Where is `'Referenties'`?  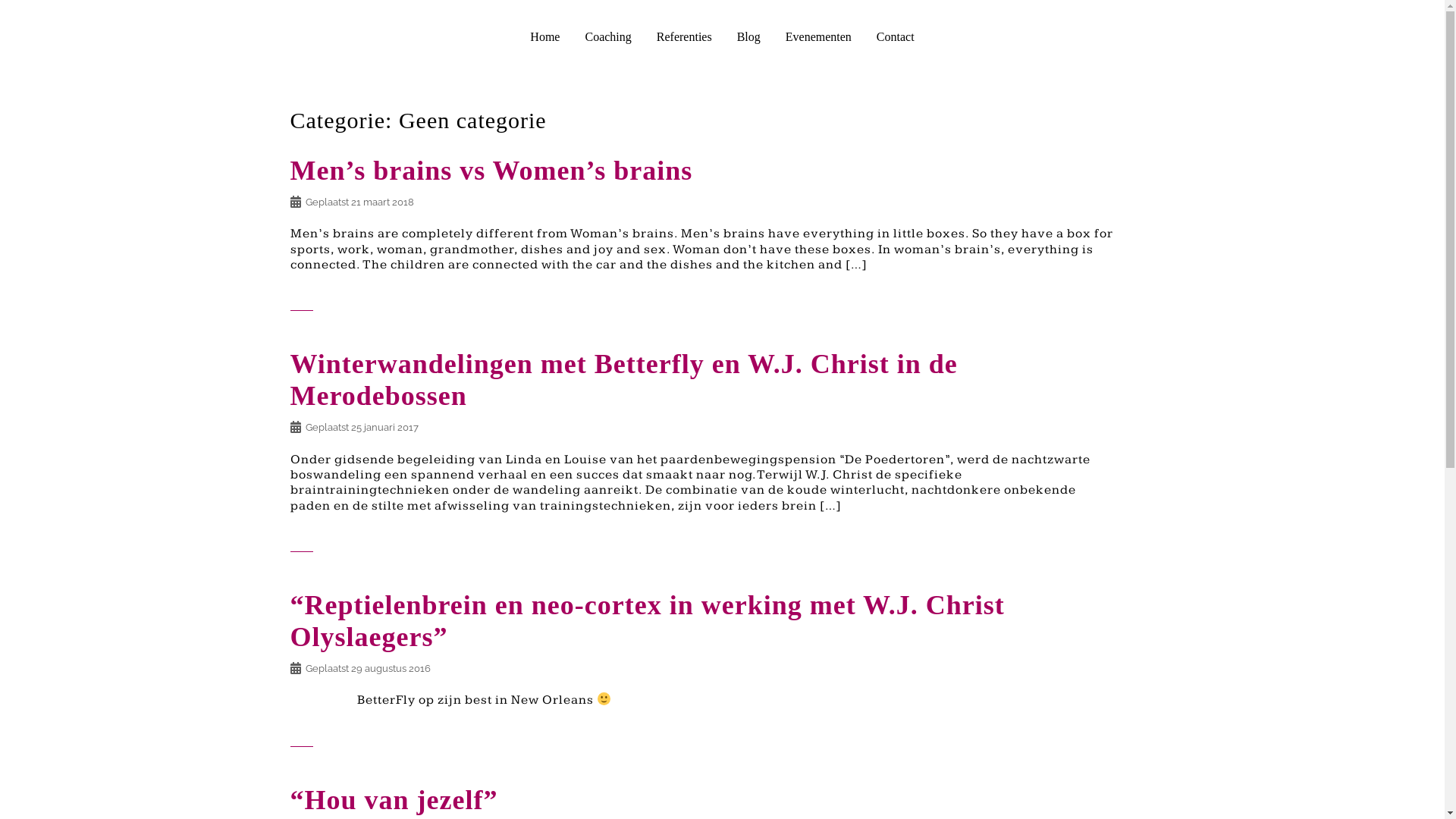
'Referenties' is located at coordinates (683, 36).